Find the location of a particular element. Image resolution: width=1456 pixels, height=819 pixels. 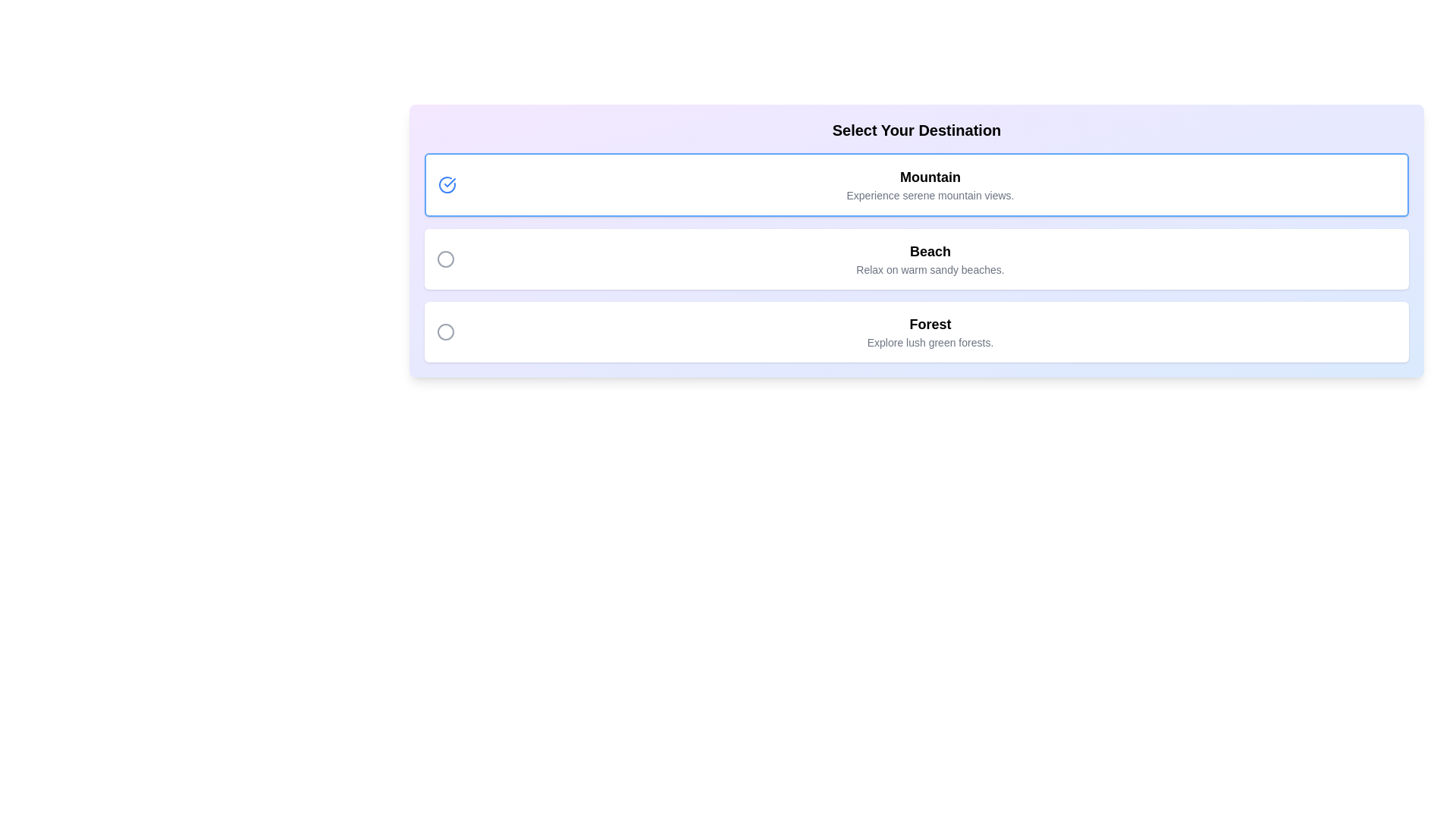

the selectable option titled 'Beach' to read the description and learn more about the Beach destination is located at coordinates (916, 259).